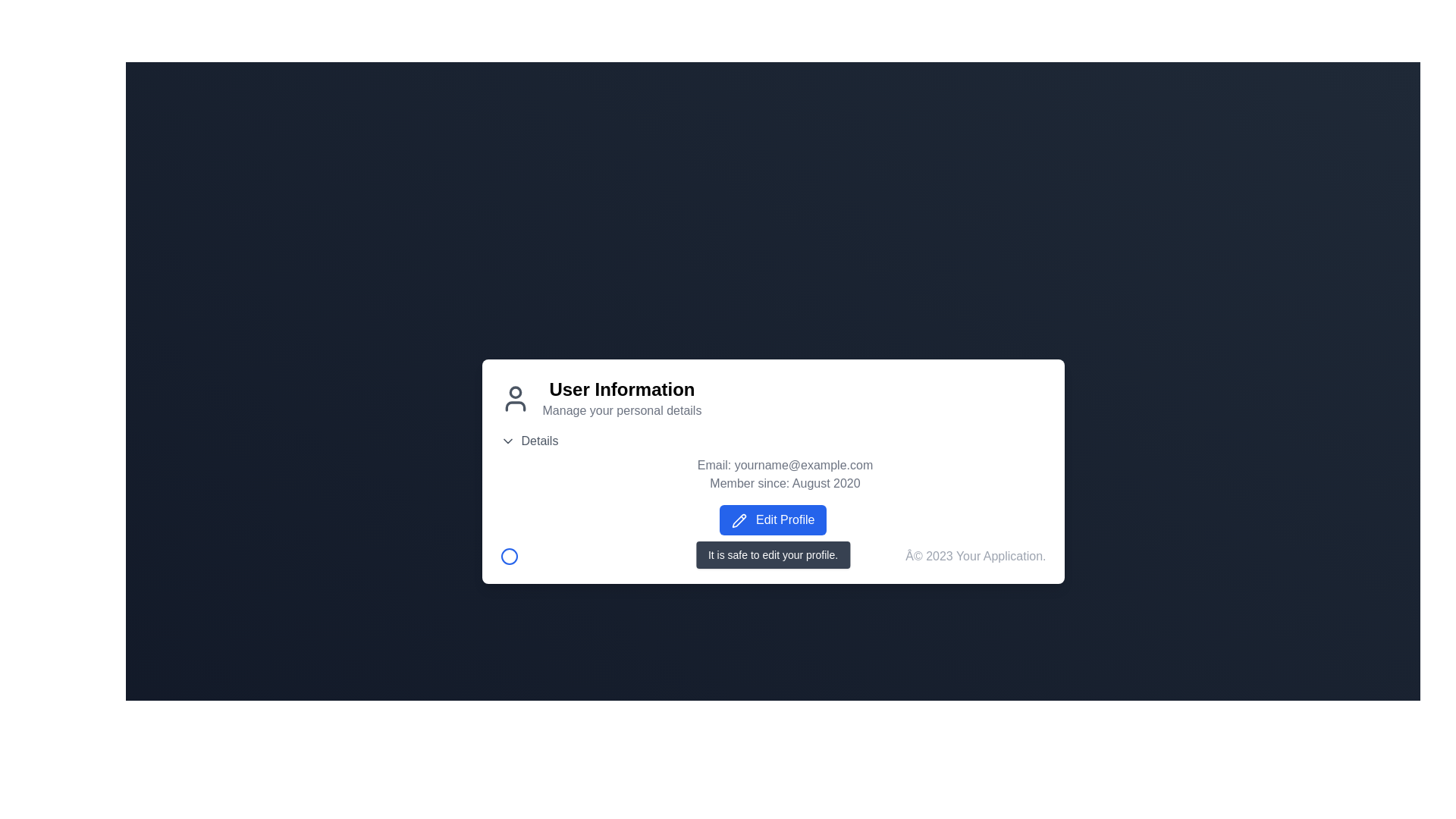 This screenshot has width=1456, height=819. Describe the element at coordinates (622, 397) in the screenshot. I see `the title and description text block that introduces the user profile section, located in the top-left corner of the card interface, right of the user profile icon` at that location.